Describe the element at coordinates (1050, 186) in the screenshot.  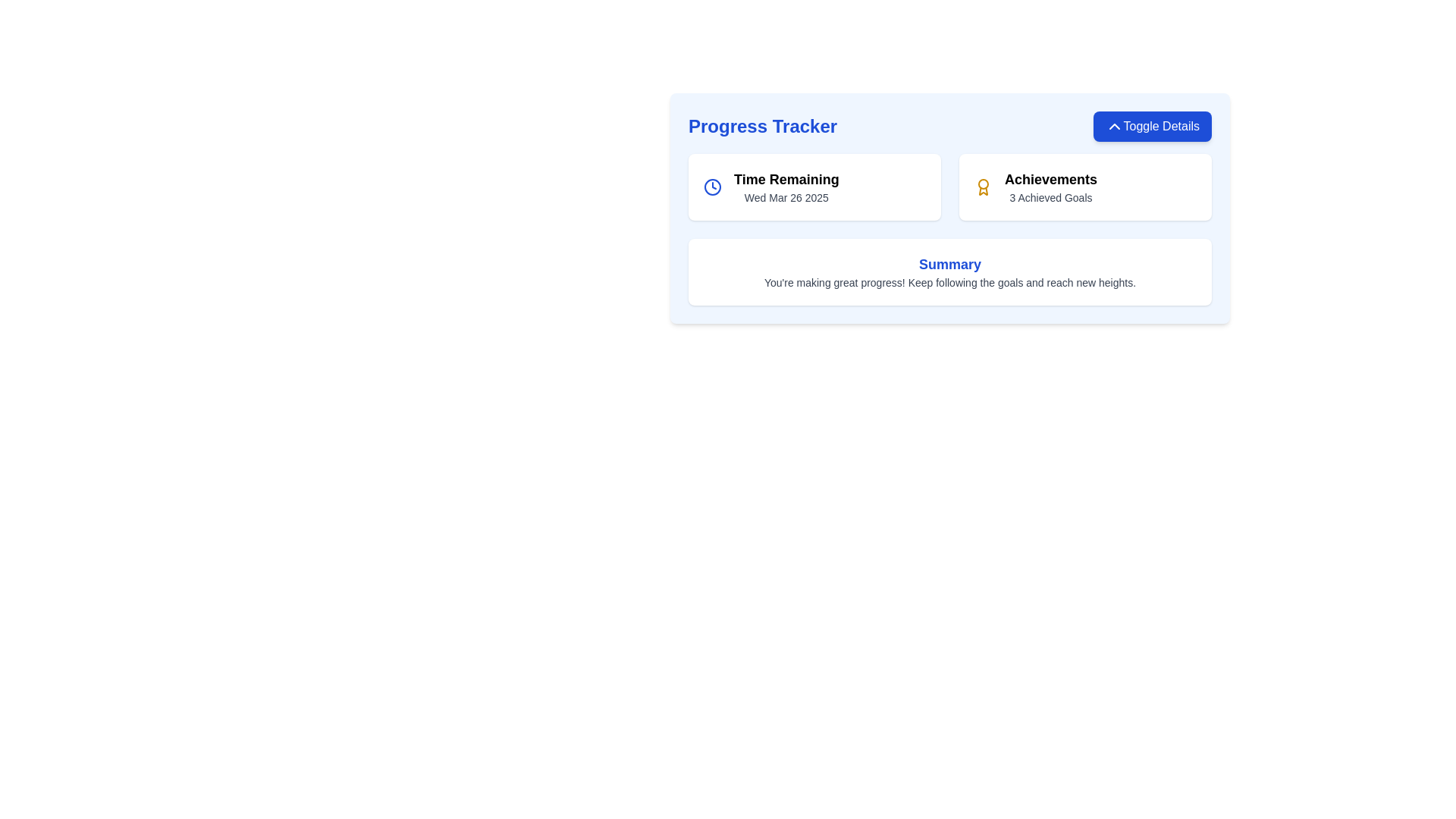
I see `the informational text section displaying the number of achievements completed, located to the right of a small yellow award icon on the rectangular white card in the upper-right section of the 'Progress Tracker' interface` at that location.